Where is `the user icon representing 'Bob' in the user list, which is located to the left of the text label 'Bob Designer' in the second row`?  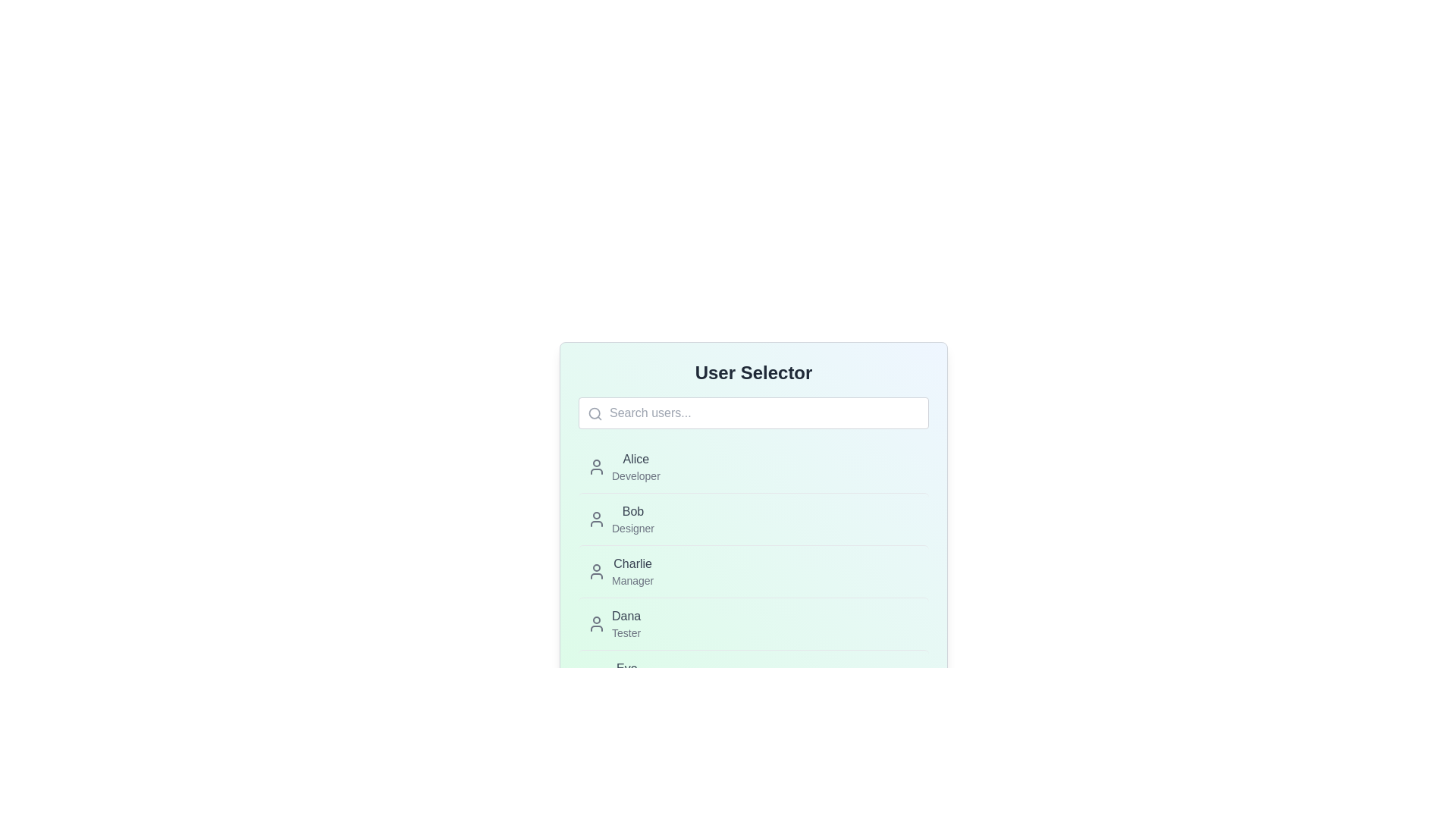 the user icon representing 'Bob' in the user list, which is located to the left of the text label 'Bob Designer' in the second row is located at coordinates (596, 519).